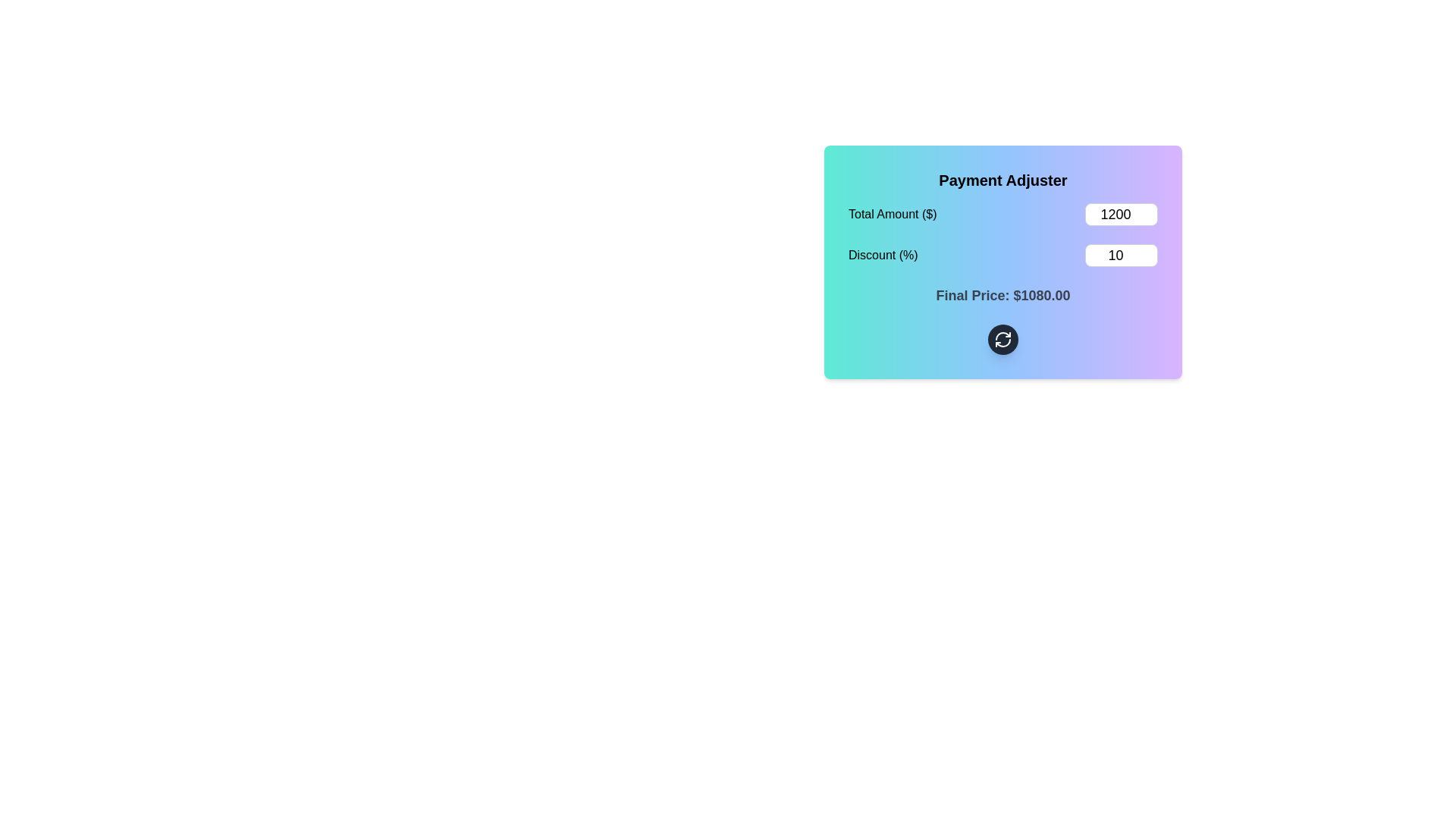 Image resolution: width=1456 pixels, height=819 pixels. Describe the element at coordinates (1003, 338) in the screenshot. I see `the refresh button located at the bottom center of the card interface to observe its hover effects` at that location.